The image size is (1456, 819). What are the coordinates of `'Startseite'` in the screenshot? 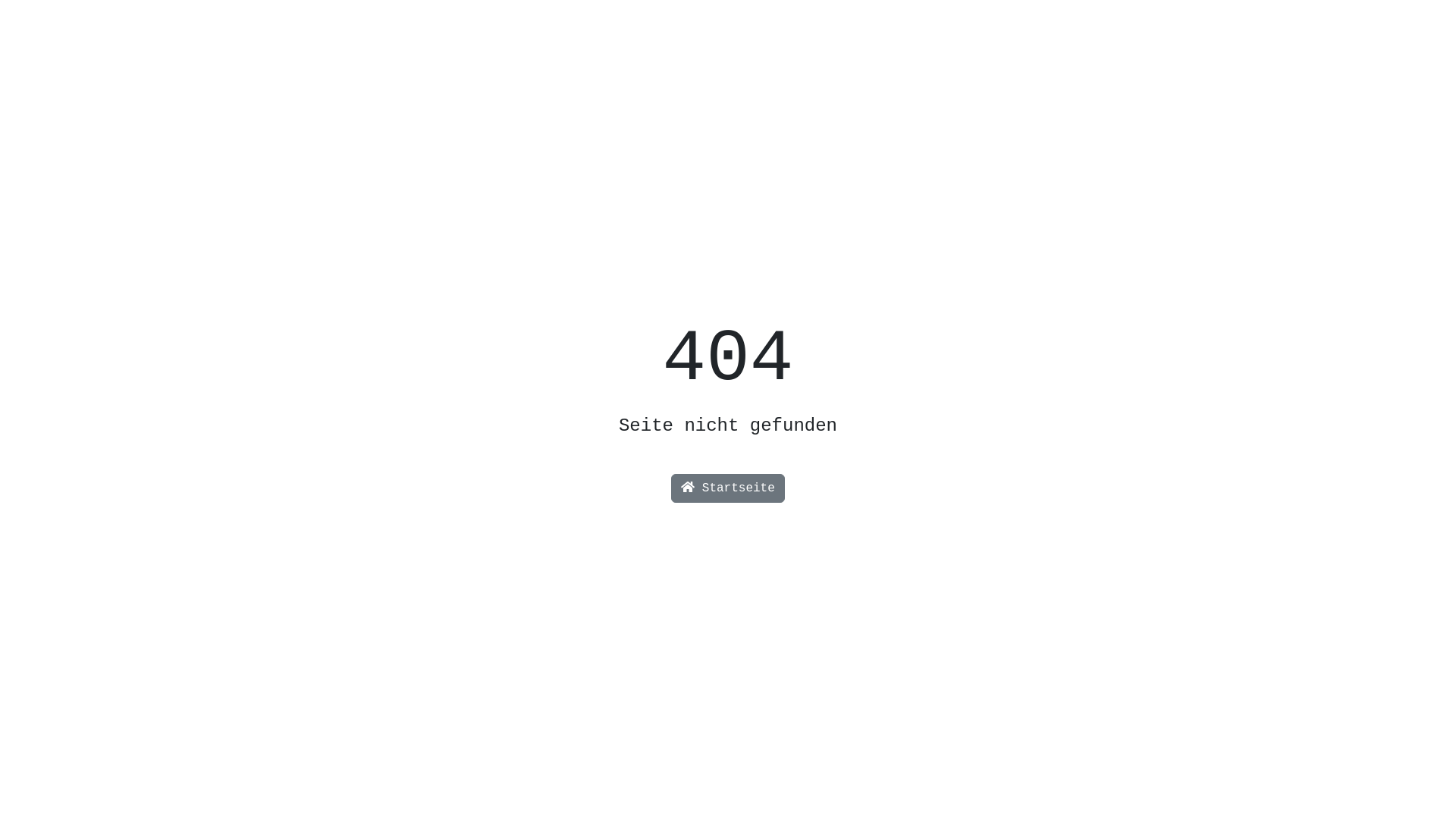 It's located at (728, 488).